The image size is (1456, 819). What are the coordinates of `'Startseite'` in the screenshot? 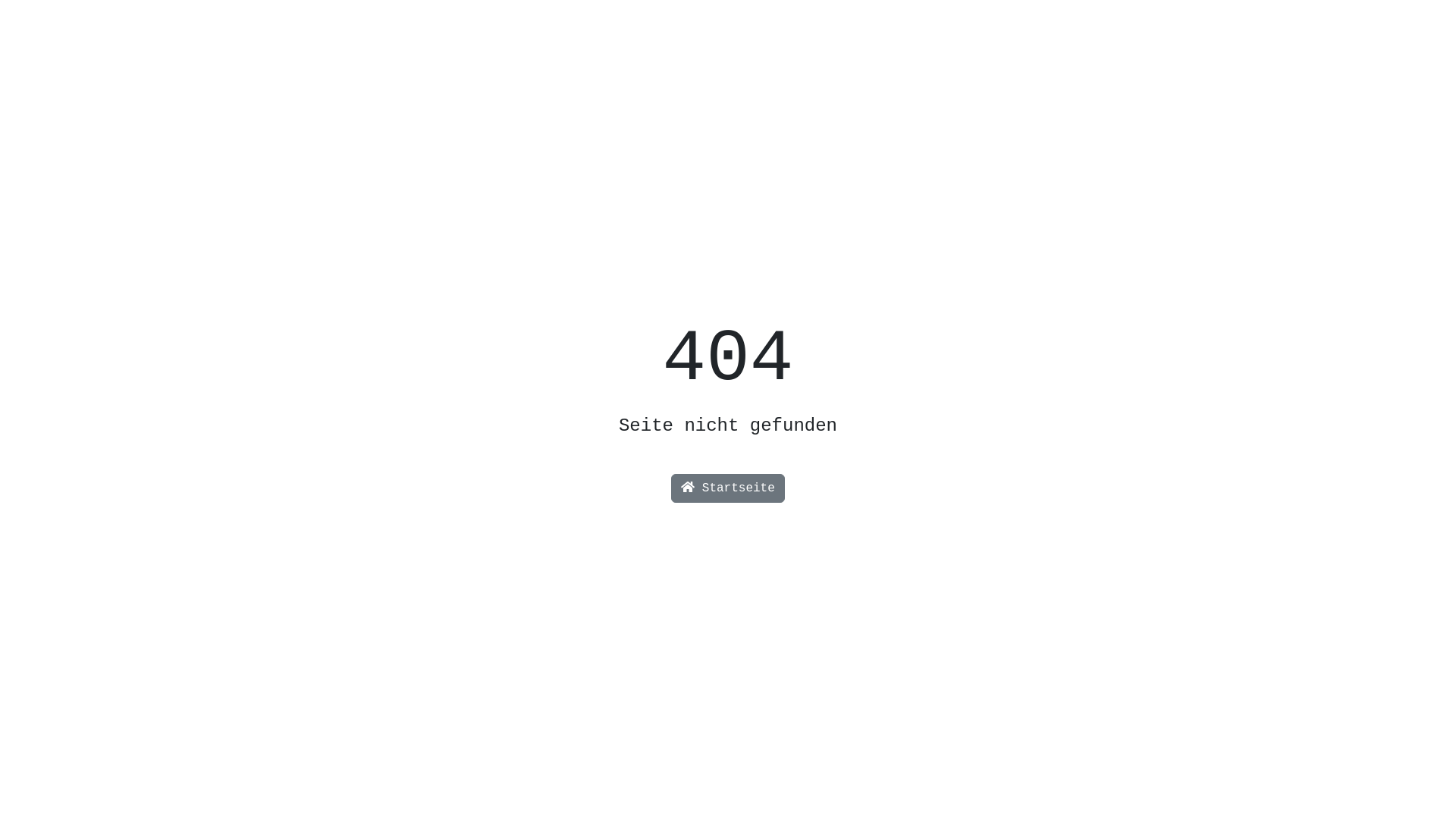 It's located at (728, 488).